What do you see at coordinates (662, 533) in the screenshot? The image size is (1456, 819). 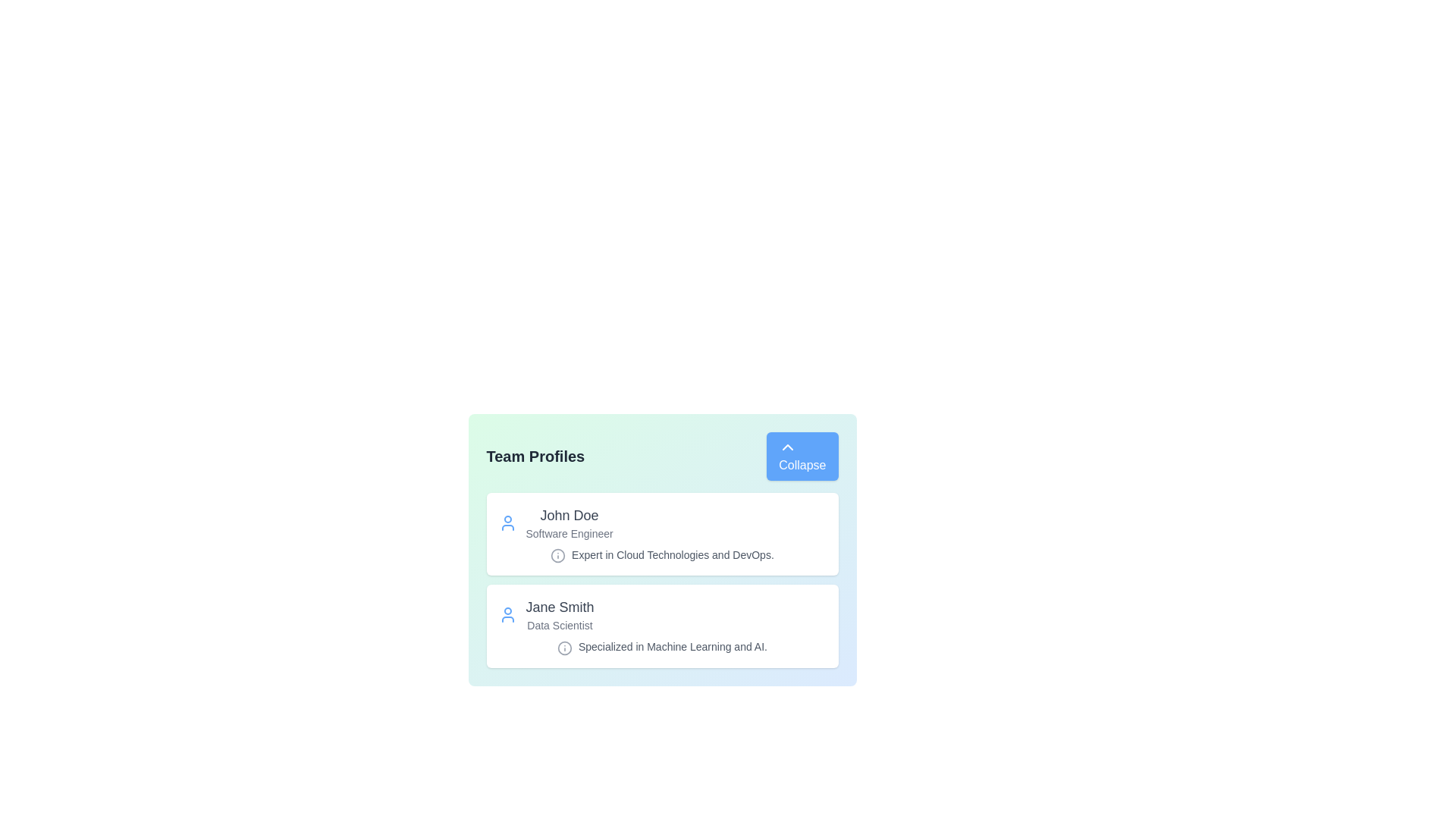 I see `the profile card of 'John Doe' to observe its hover effect` at bounding box center [662, 533].